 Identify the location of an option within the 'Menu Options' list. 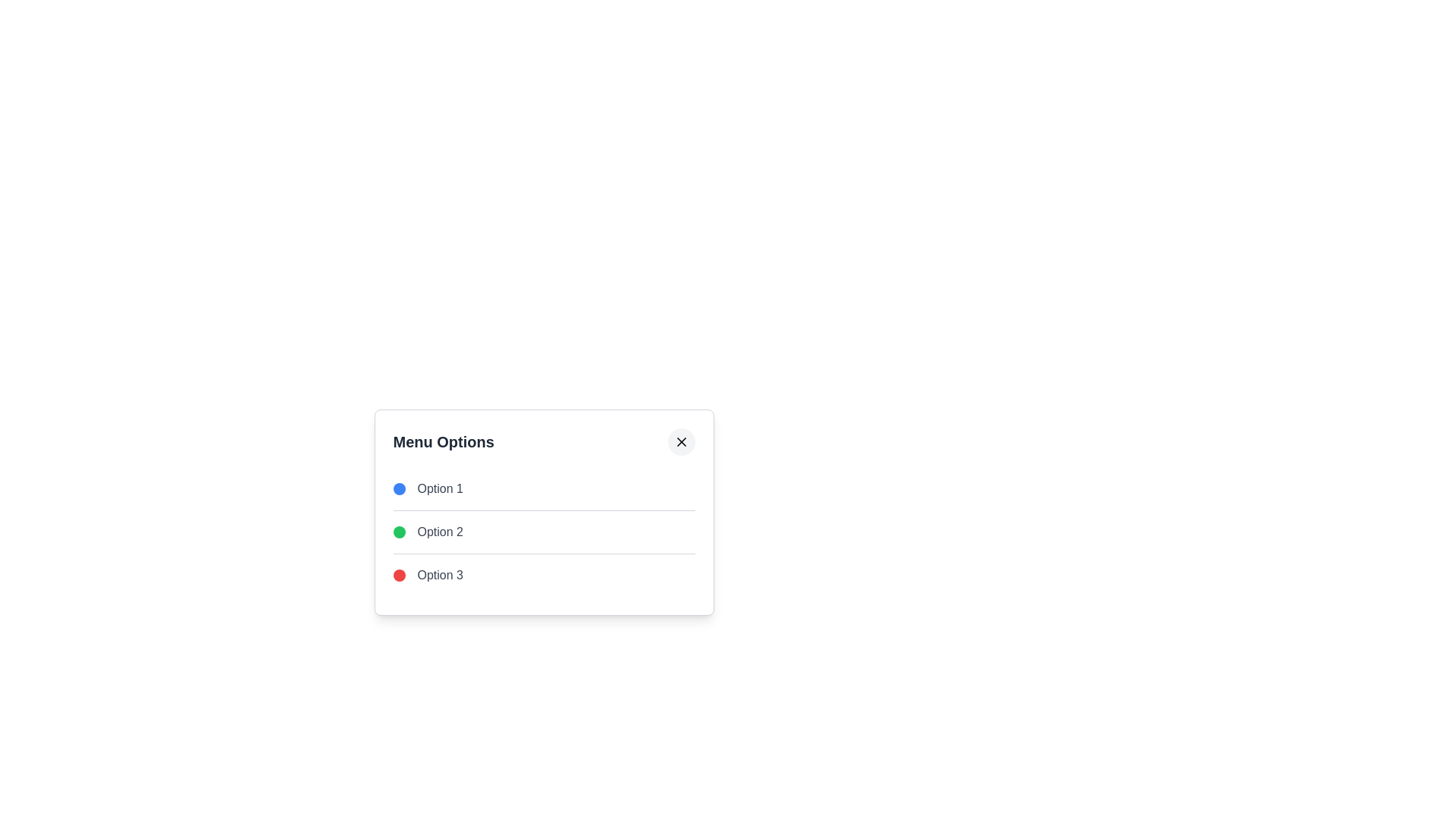
(544, 532).